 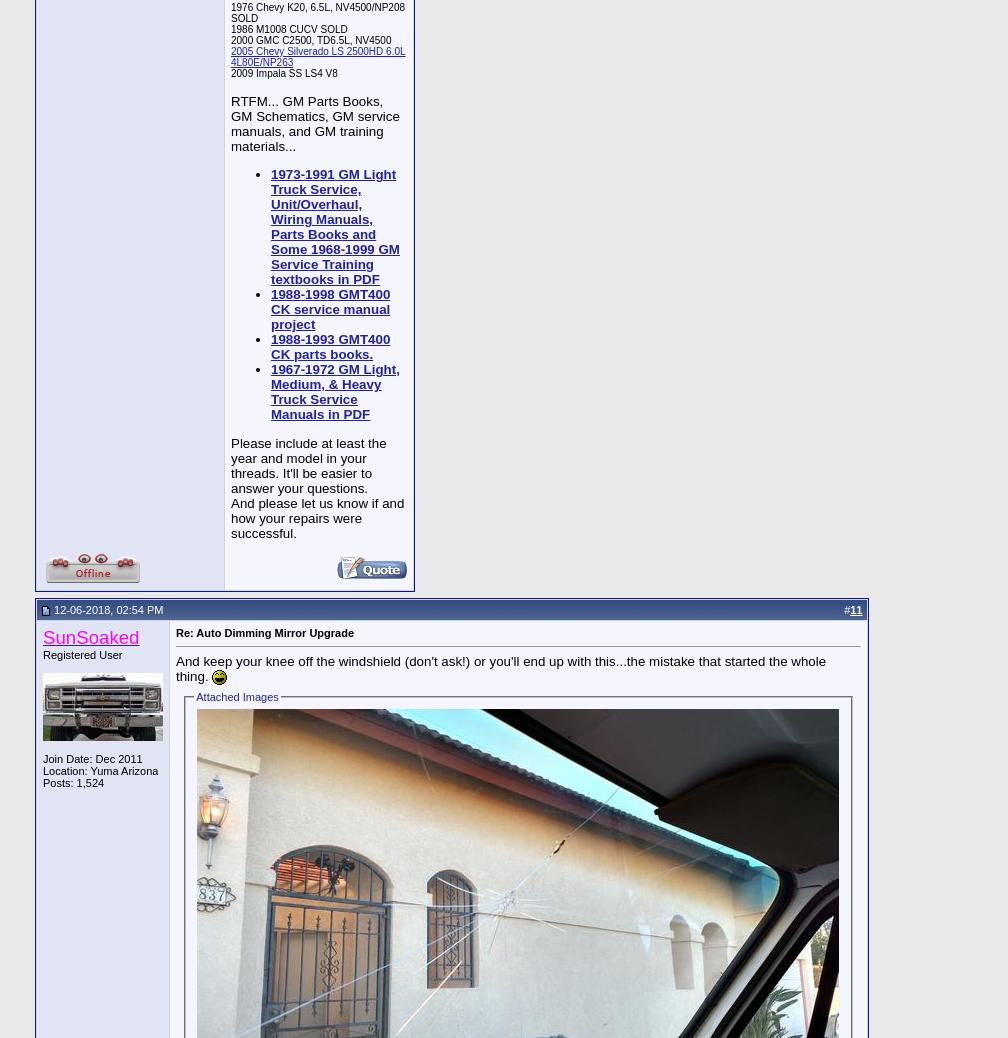 What do you see at coordinates (288, 27) in the screenshot?
I see `'1986 M1008 CUCV SOLD'` at bounding box center [288, 27].